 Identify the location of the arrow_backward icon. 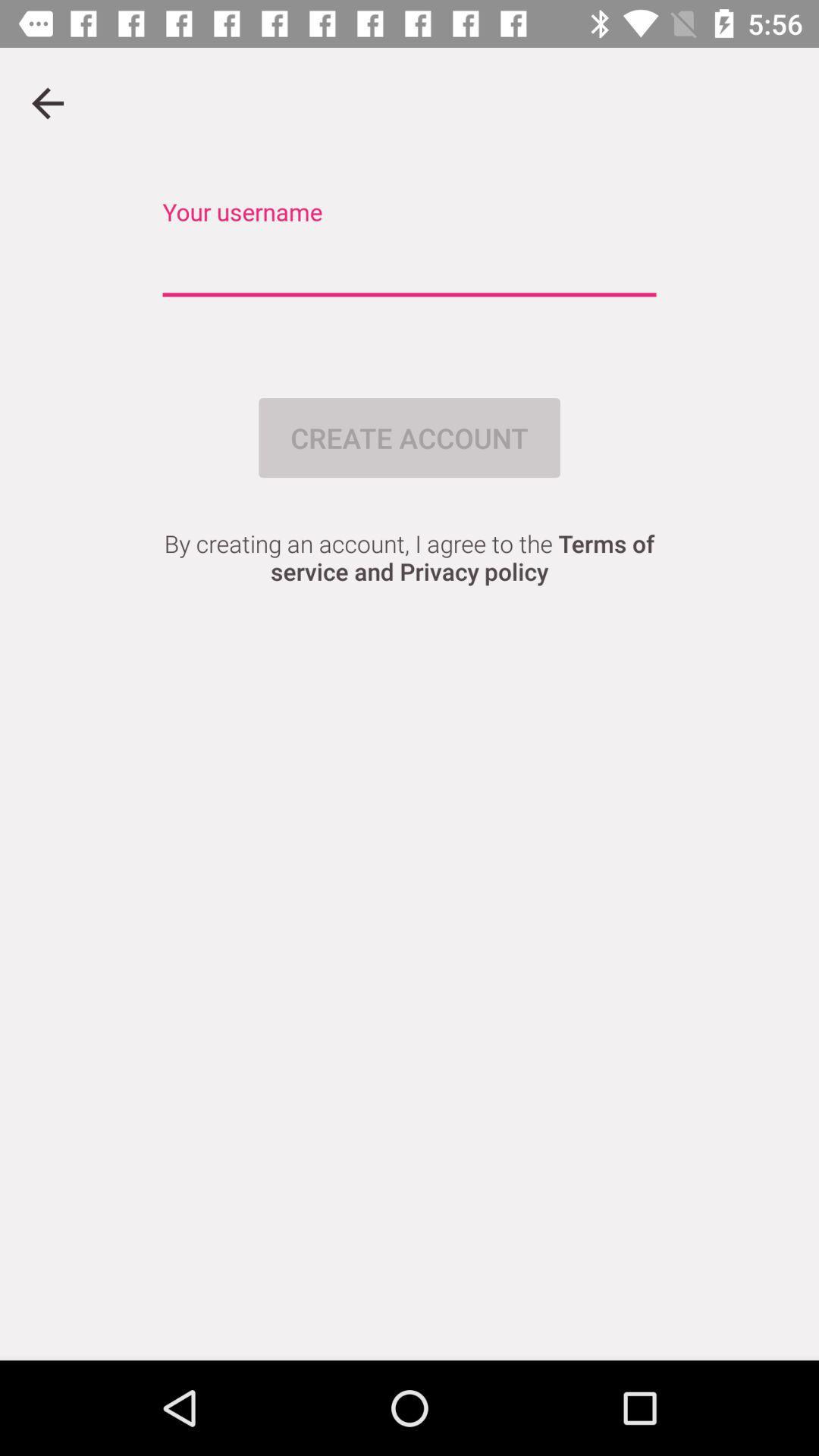
(46, 102).